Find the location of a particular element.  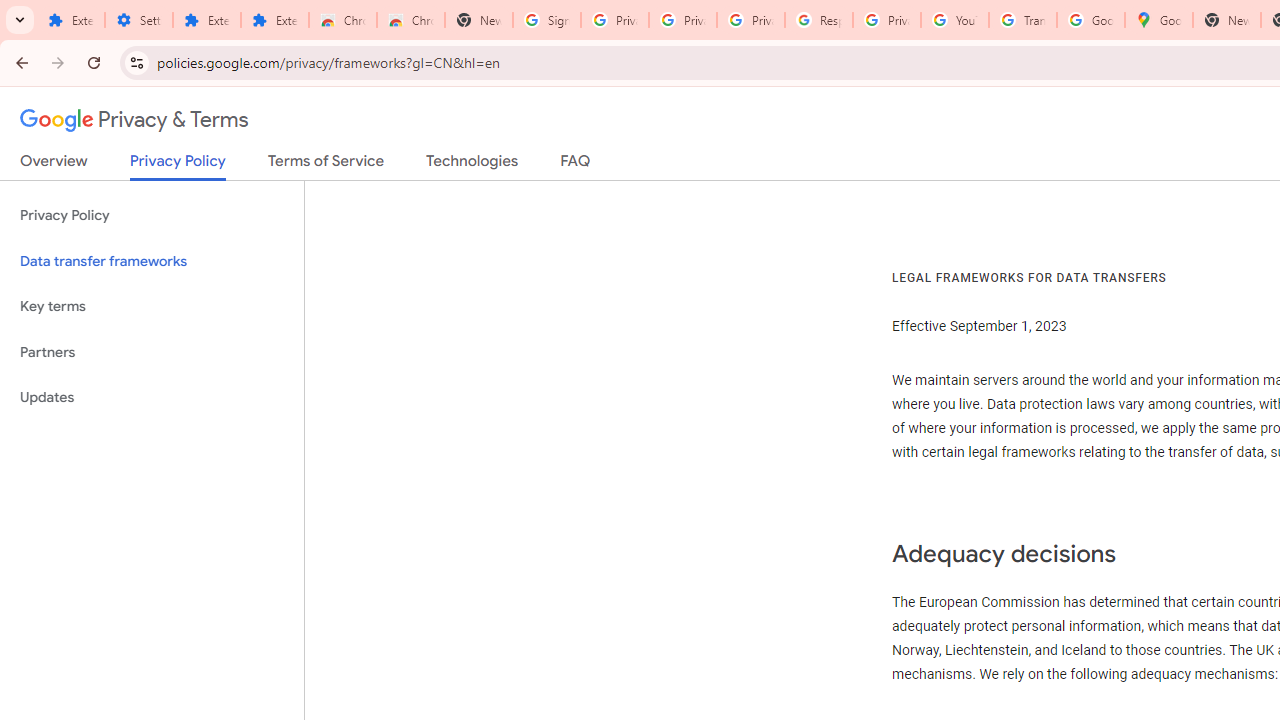

'Sign in - Google Accounts' is located at coordinates (547, 20).